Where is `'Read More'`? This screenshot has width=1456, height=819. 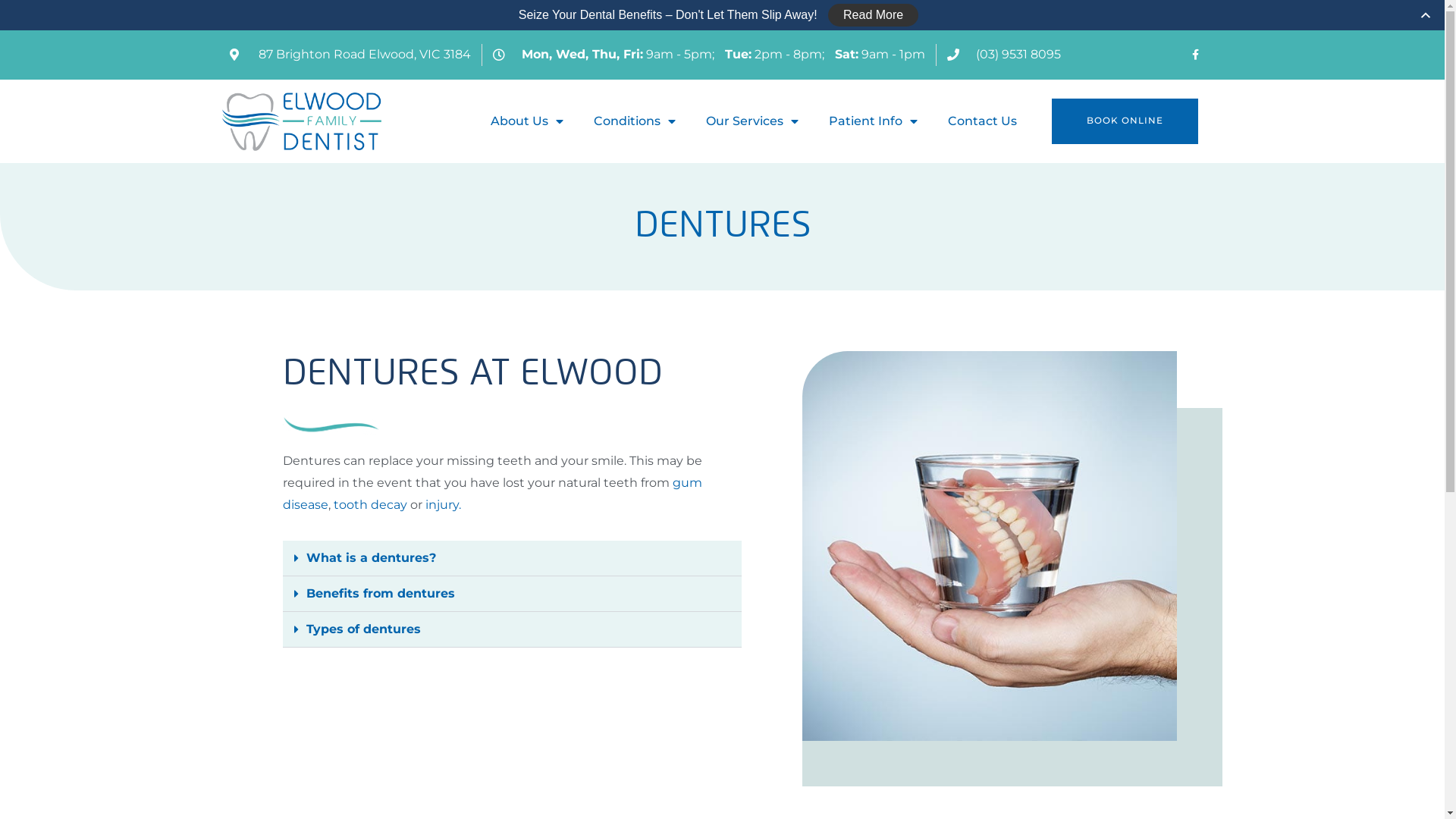
'Read More' is located at coordinates (827, 14).